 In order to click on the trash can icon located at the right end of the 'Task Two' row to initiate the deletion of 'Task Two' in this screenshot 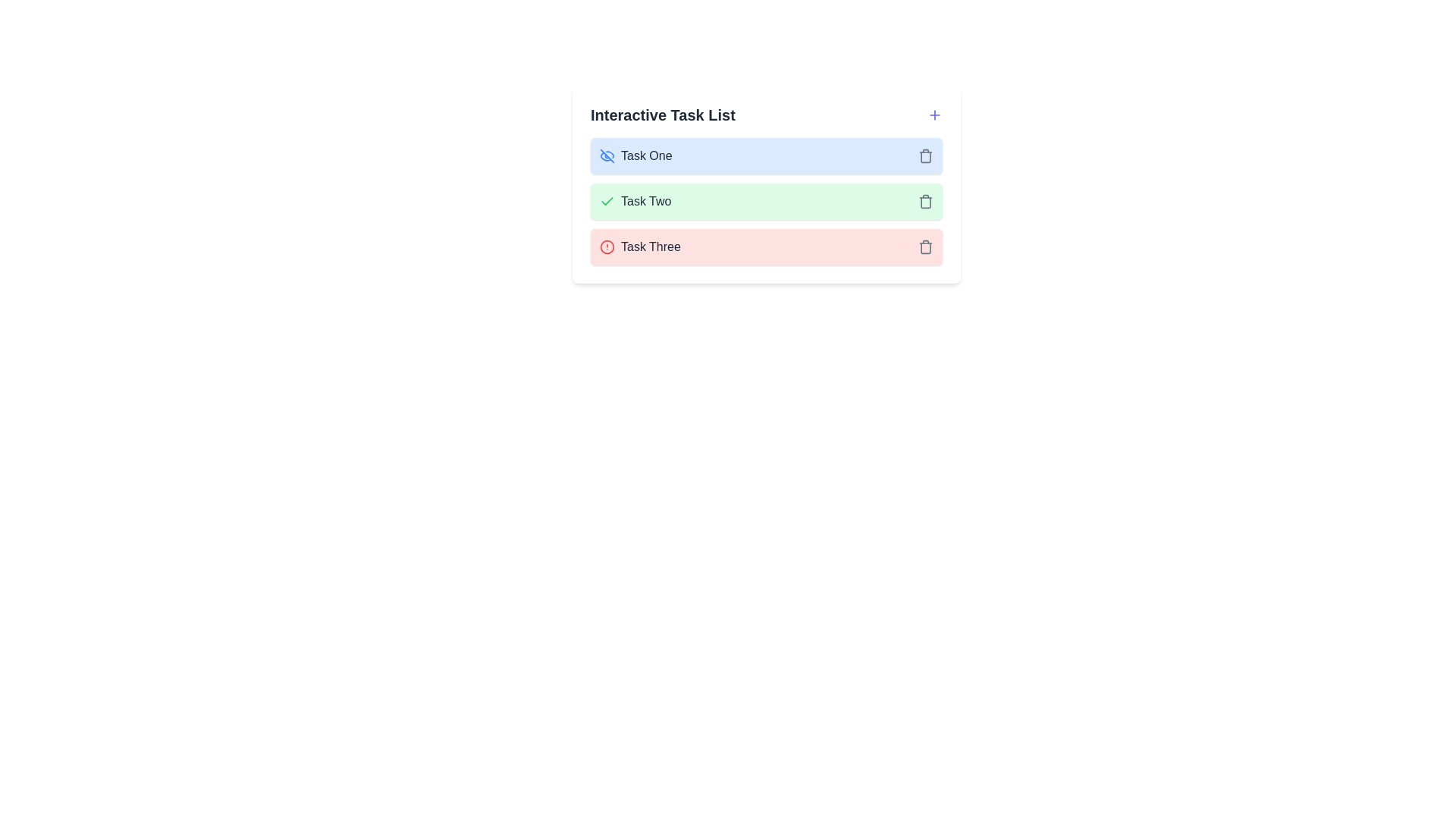, I will do `click(924, 201)`.